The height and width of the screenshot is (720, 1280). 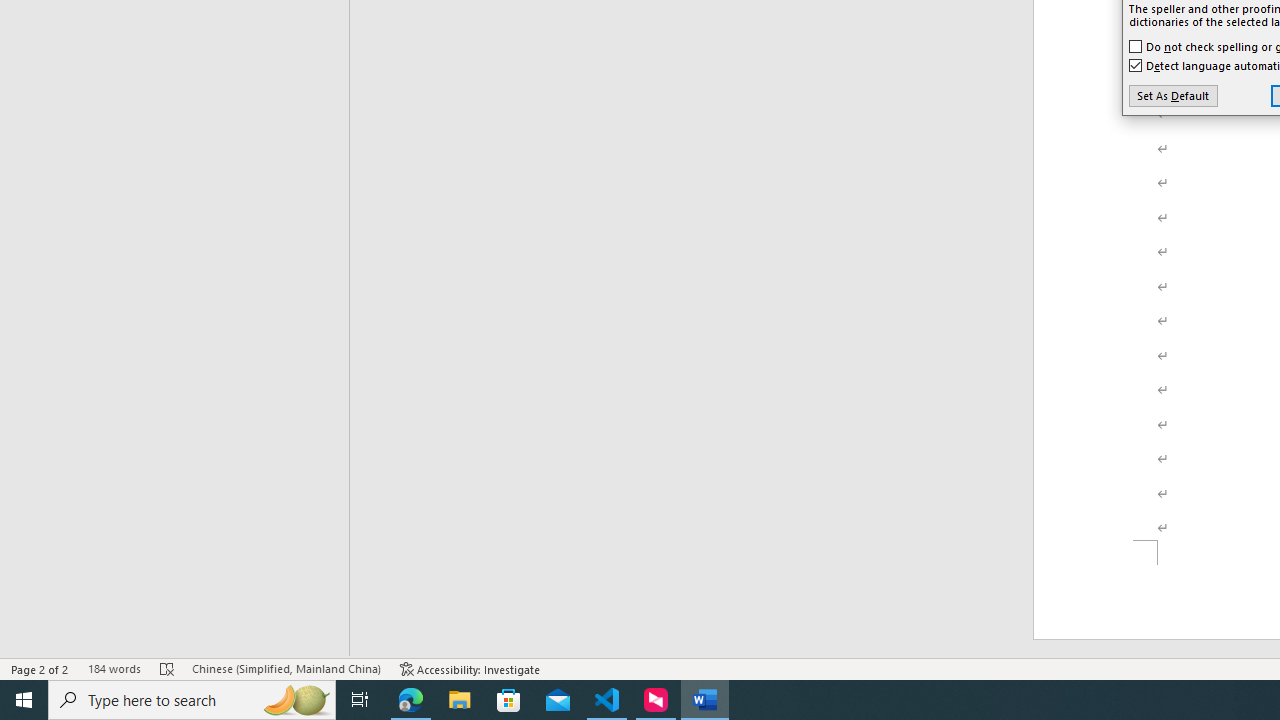 What do you see at coordinates (410, 698) in the screenshot?
I see `'Microsoft Edge - 1 running window'` at bounding box center [410, 698].